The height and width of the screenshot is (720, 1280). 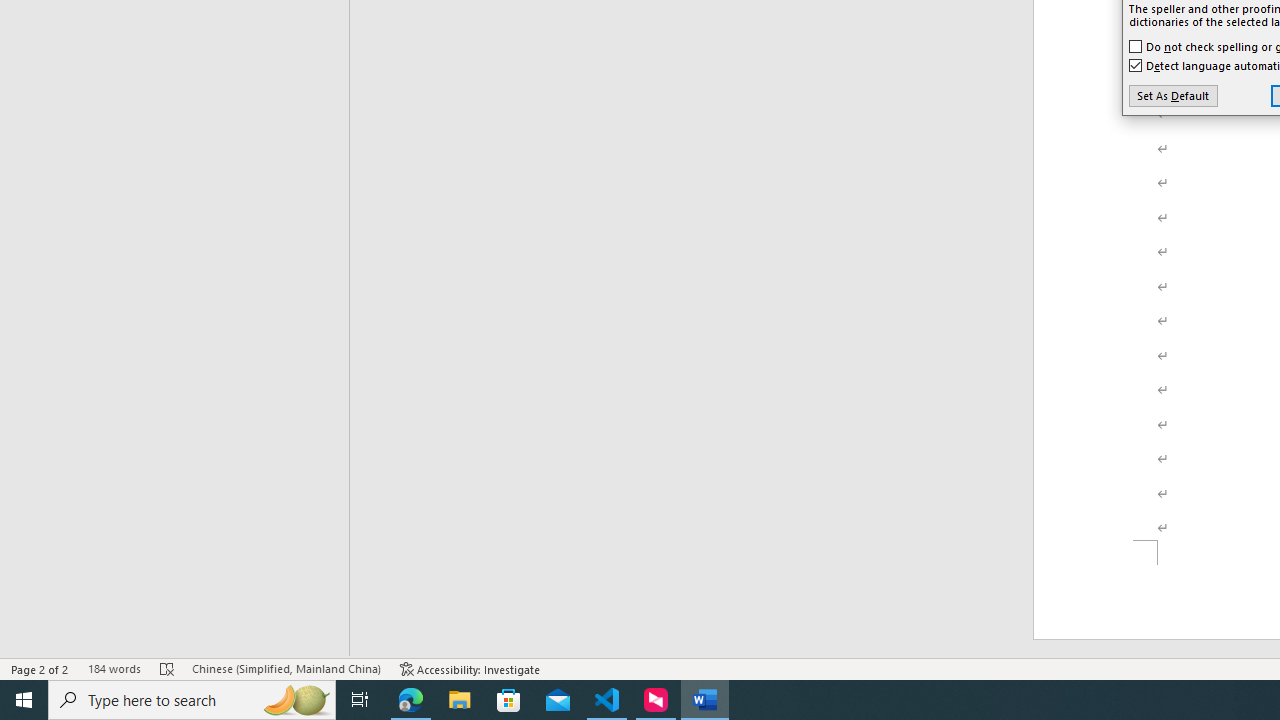 What do you see at coordinates (410, 698) in the screenshot?
I see `'Microsoft Edge - 1 running window'` at bounding box center [410, 698].